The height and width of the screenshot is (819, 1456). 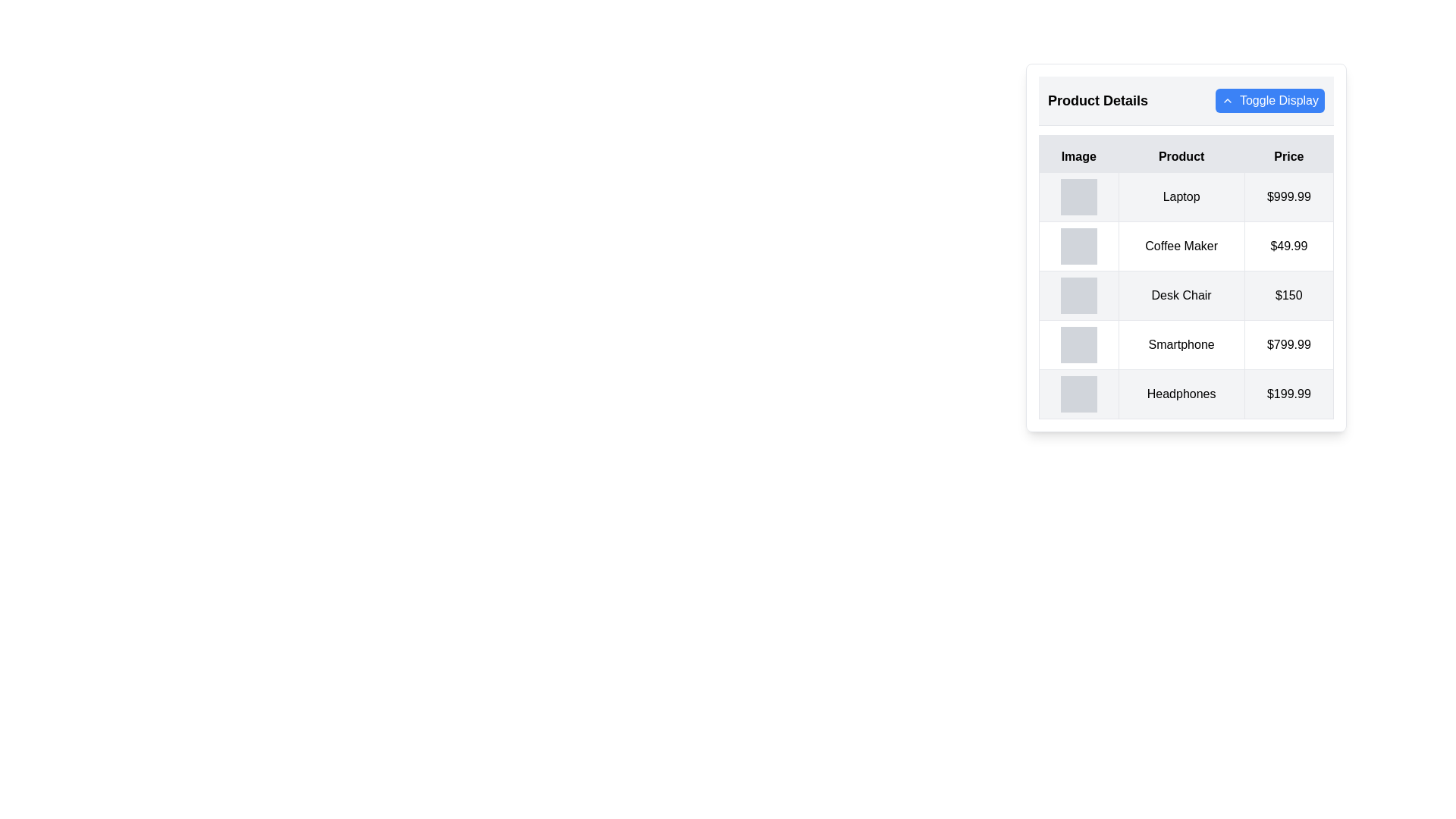 What do you see at coordinates (1288, 196) in the screenshot?
I see `the static text displaying the price of the product, located in the third column of the first row of the table, adjacent to 'Laptop' in the second column` at bounding box center [1288, 196].